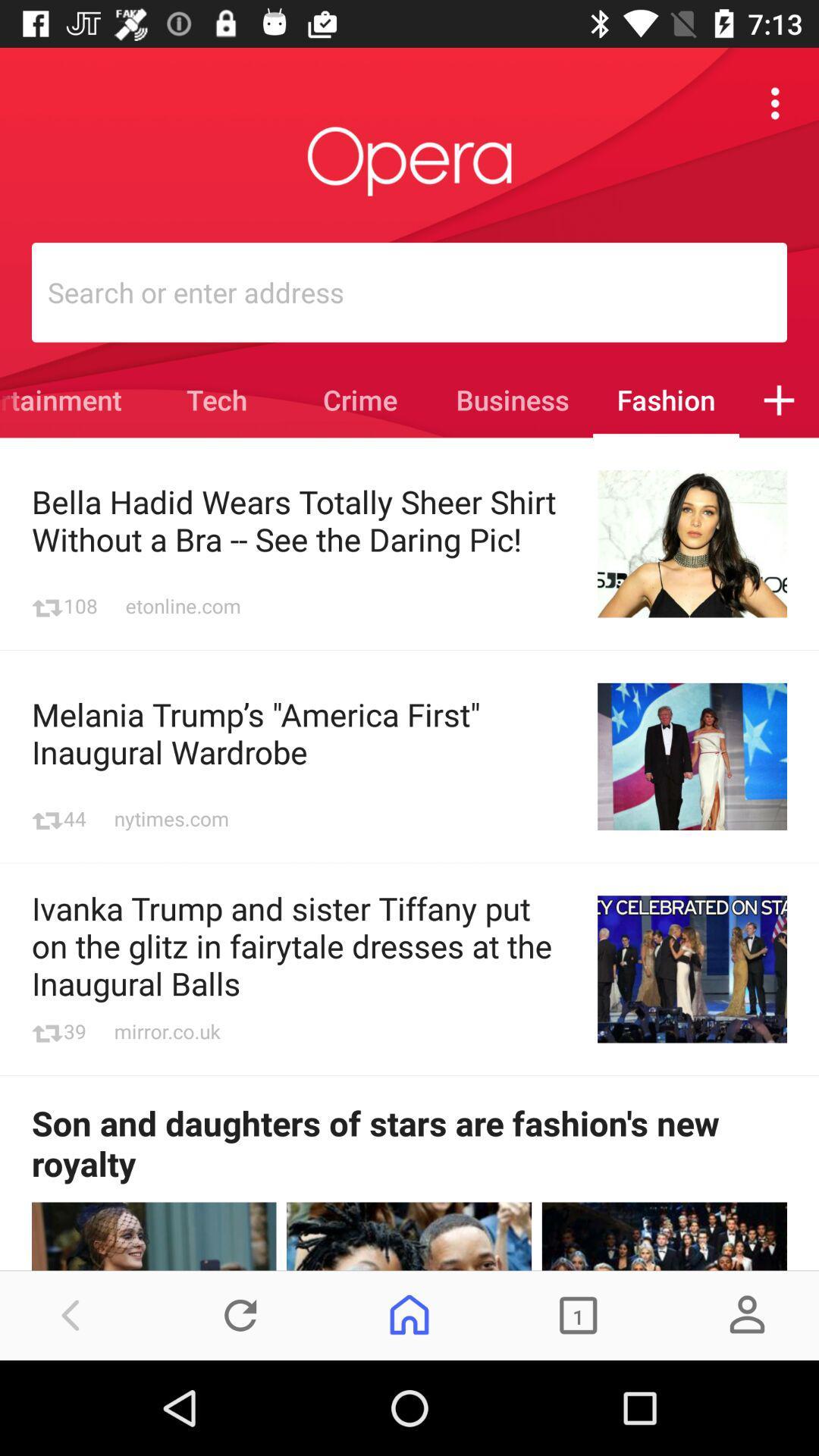 This screenshot has width=819, height=1456. What do you see at coordinates (779, 400) in the screenshot?
I see `the add icon` at bounding box center [779, 400].